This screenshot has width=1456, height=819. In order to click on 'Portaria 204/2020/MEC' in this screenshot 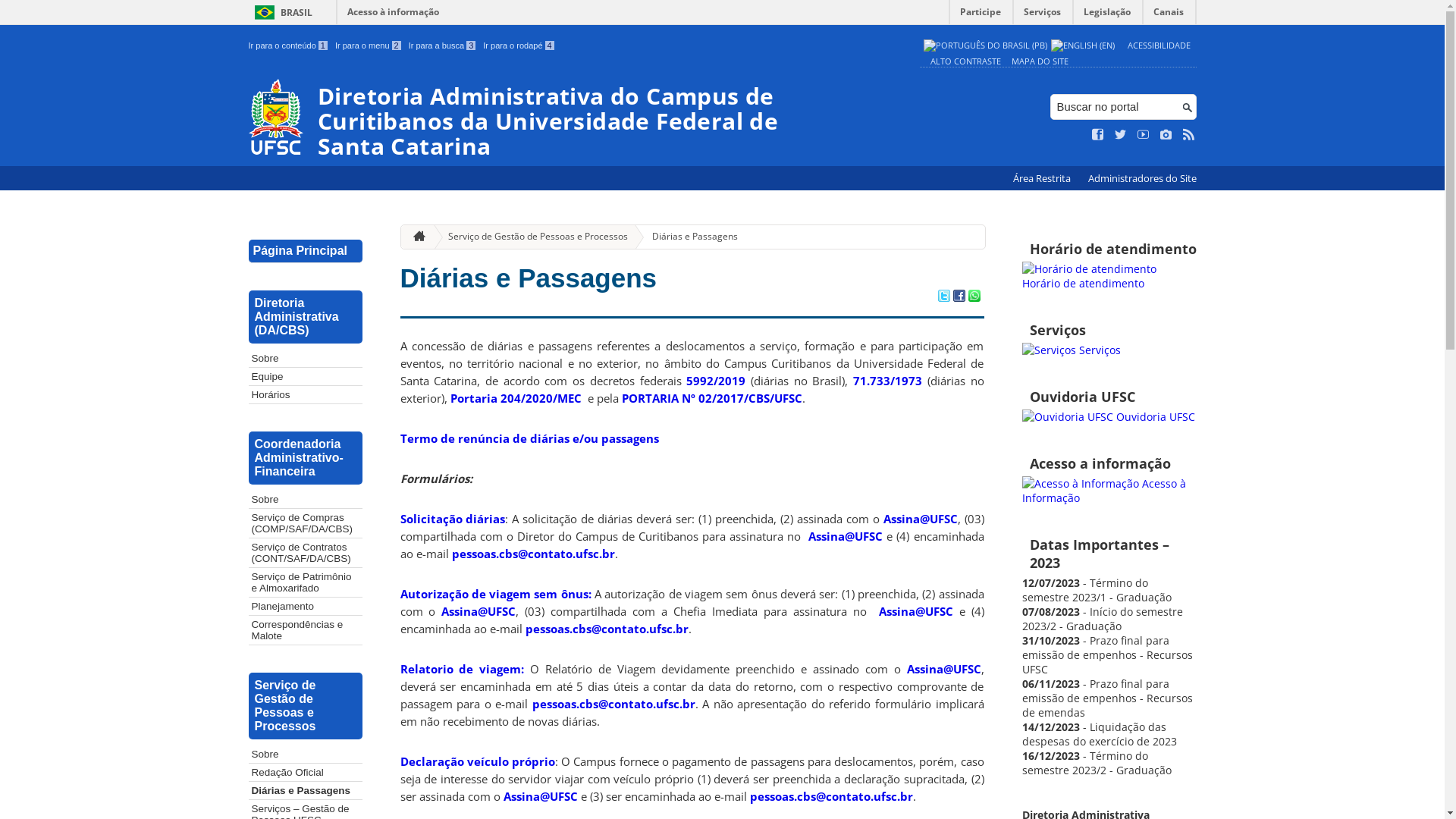, I will do `click(450, 397)`.